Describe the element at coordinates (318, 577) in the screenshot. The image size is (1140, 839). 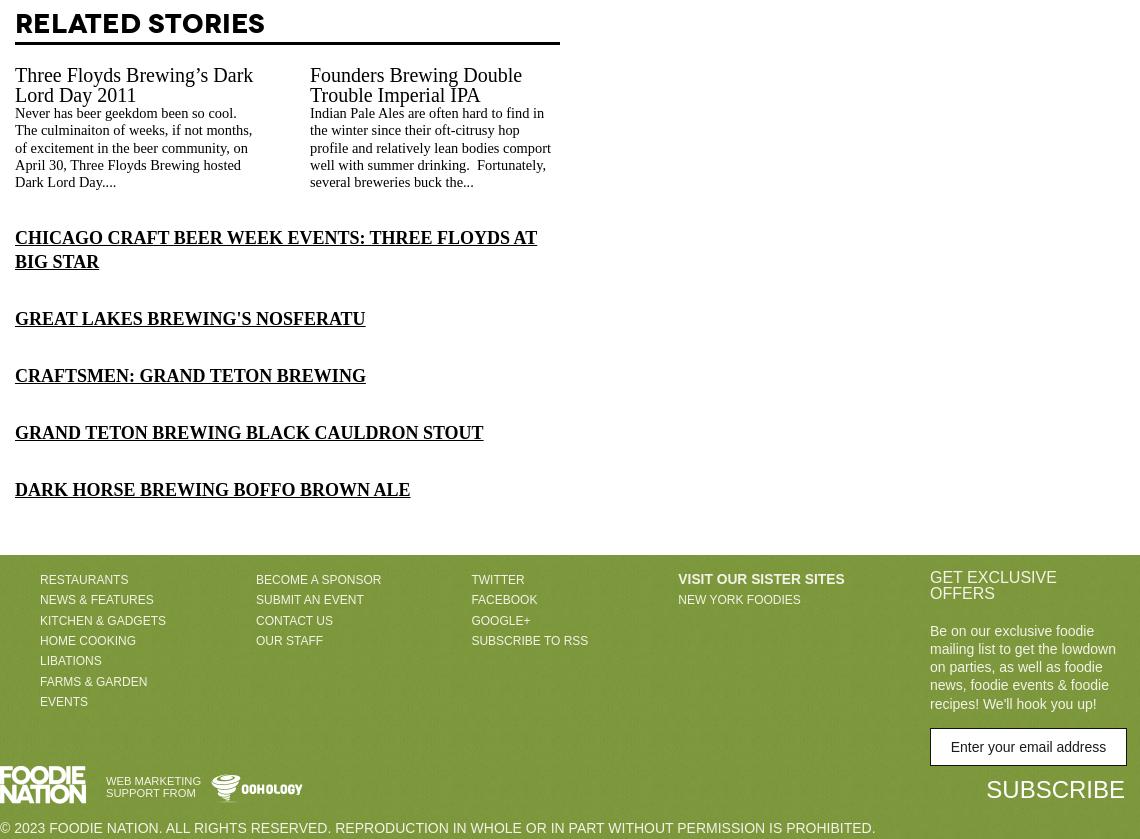
I see `'Become a Sponsor'` at that location.